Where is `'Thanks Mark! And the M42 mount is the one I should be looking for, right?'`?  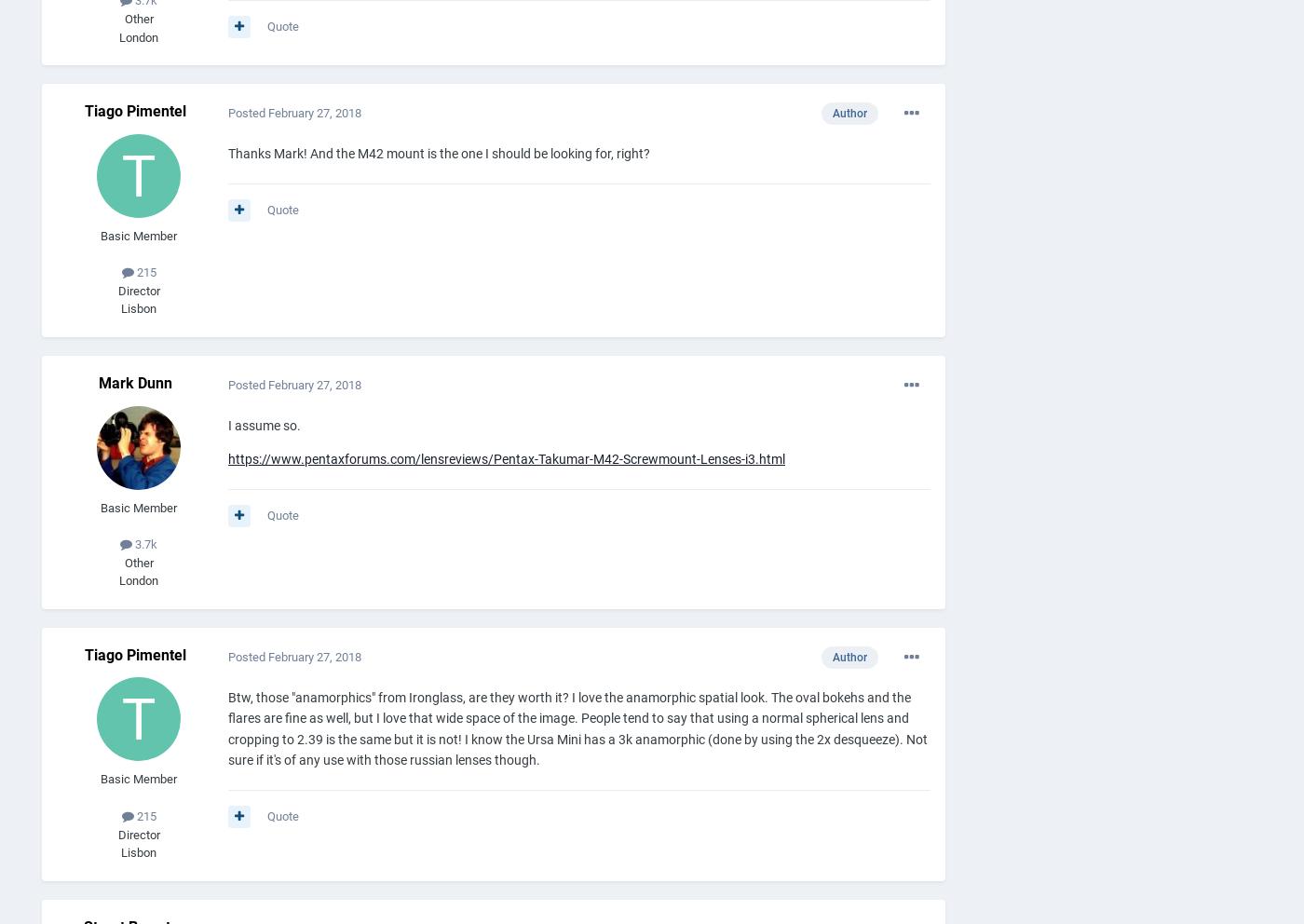
'Thanks Mark! And the M42 mount is the one I should be looking for, right?' is located at coordinates (227, 153).